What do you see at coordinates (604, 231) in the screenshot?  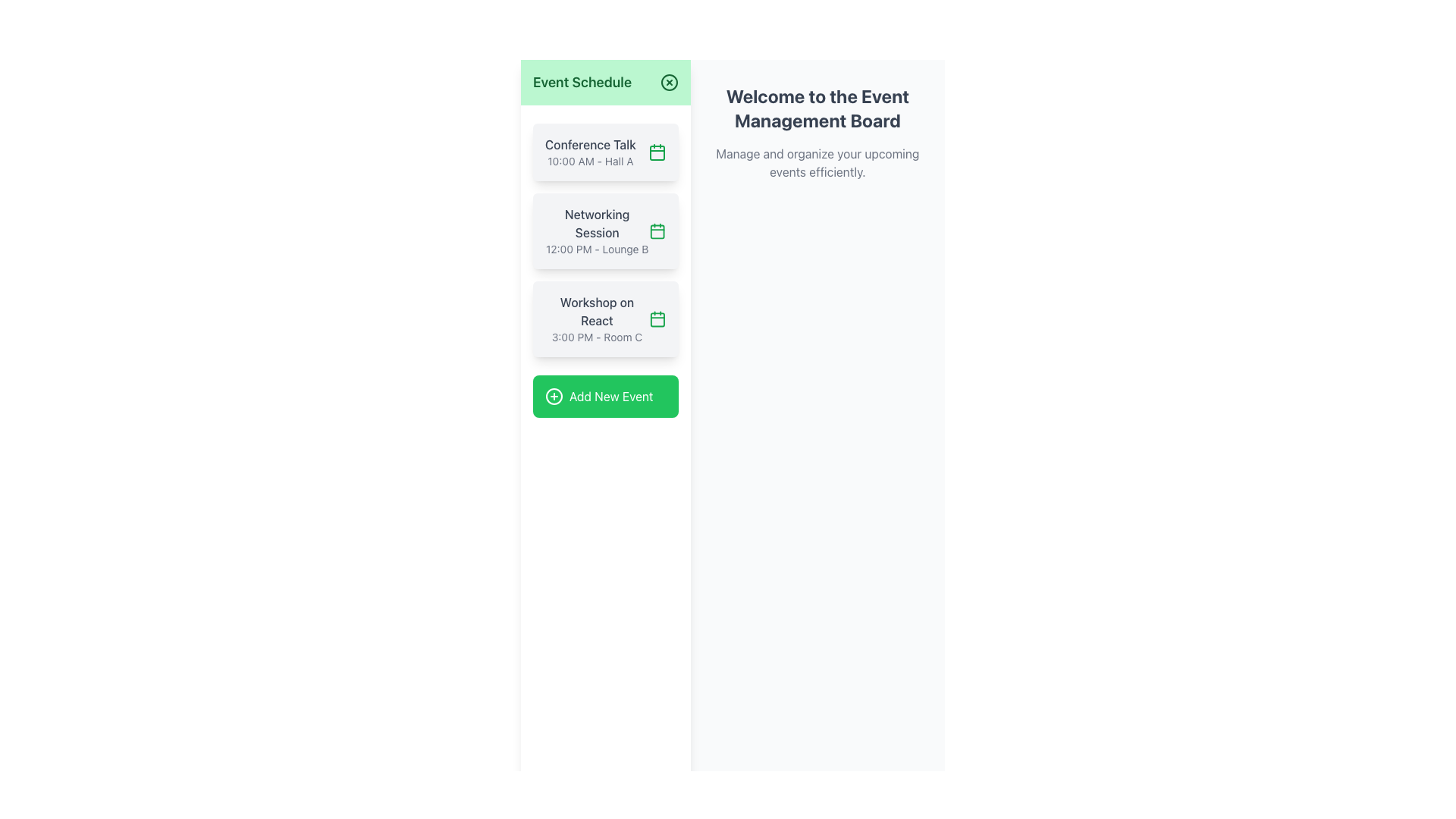 I see `the second Informational Card in the Event Schedule section` at bounding box center [604, 231].